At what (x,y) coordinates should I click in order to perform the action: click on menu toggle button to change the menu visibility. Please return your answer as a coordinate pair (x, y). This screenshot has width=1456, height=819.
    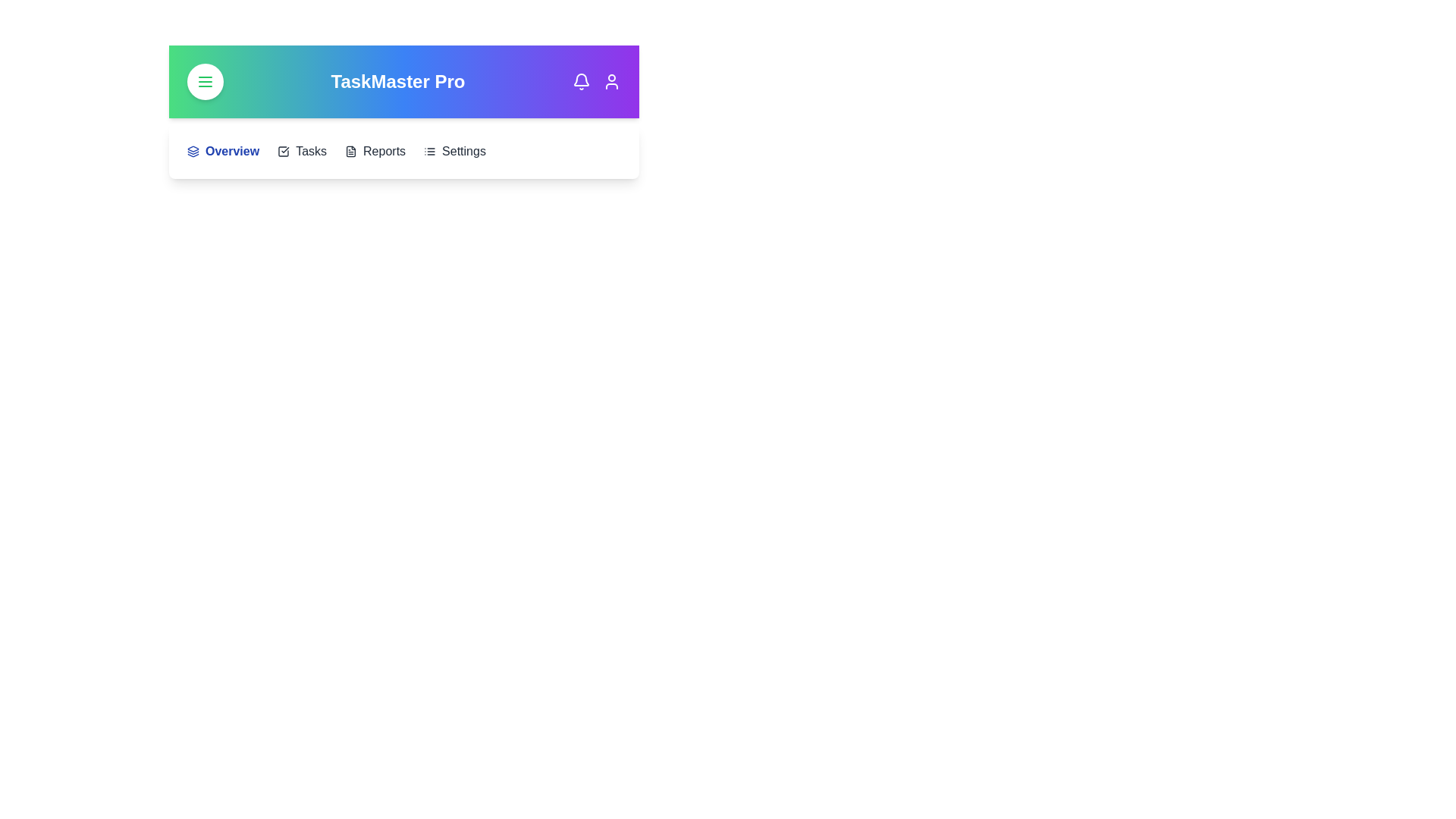
    Looking at the image, I should click on (204, 82).